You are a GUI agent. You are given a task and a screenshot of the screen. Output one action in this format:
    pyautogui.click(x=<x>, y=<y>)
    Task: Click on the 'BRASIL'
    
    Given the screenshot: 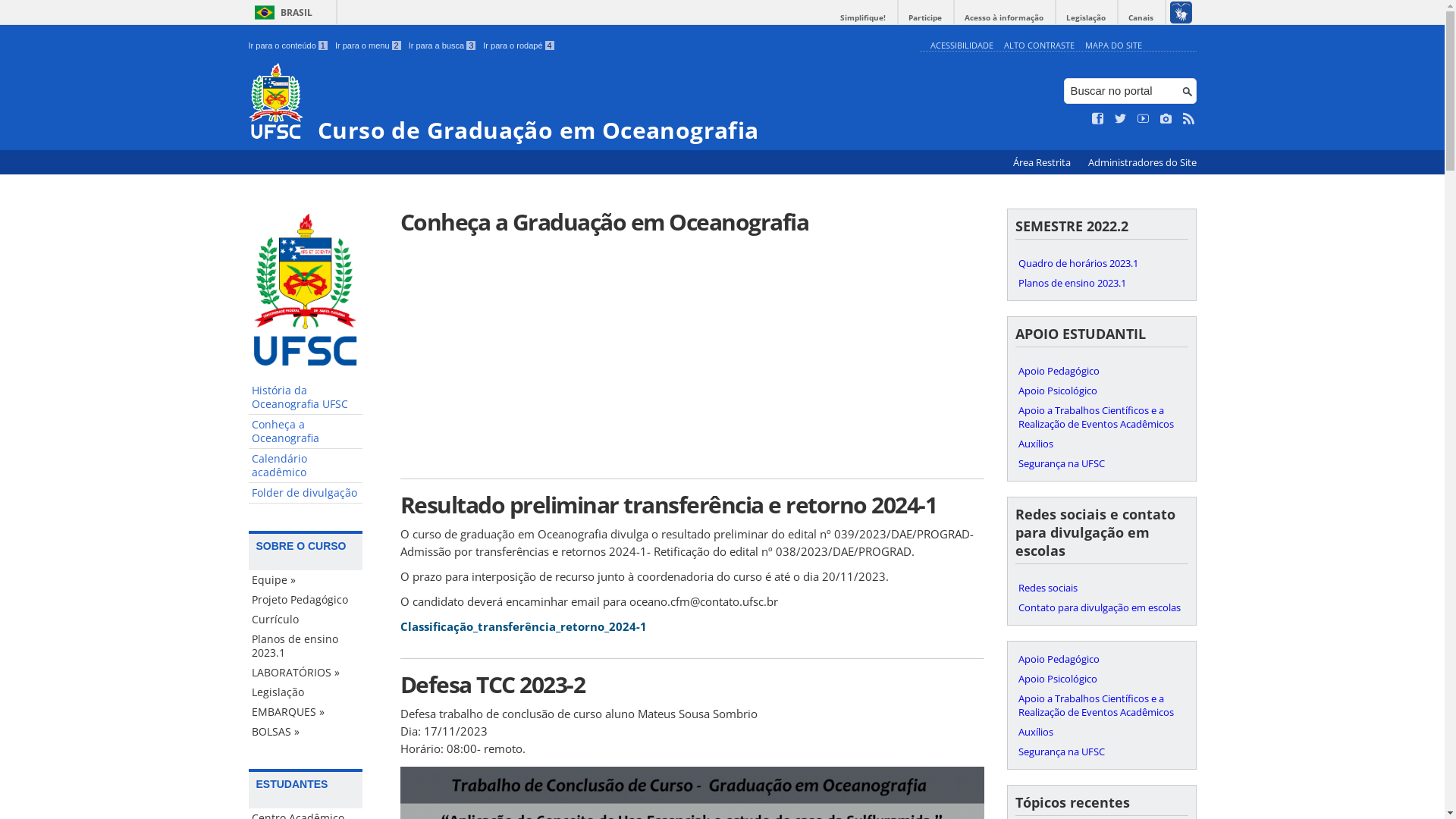 What is the action you would take?
    pyautogui.click(x=281, y=12)
    